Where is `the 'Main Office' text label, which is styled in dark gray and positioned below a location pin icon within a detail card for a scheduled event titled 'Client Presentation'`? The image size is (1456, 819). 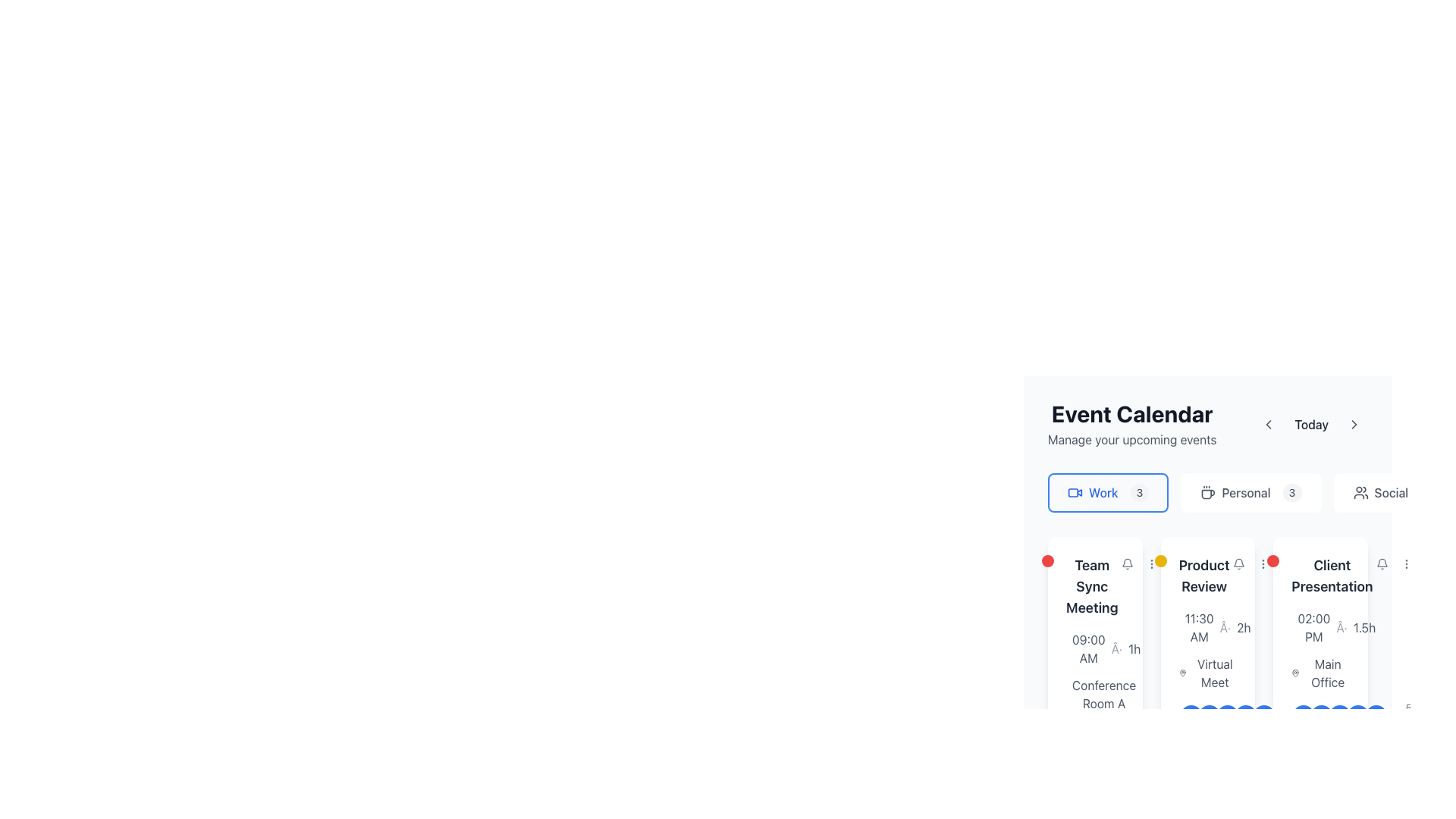
the 'Main Office' text label, which is styled in dark gray and positioned below a location pin icon within a detail card for a scheduled event titled 'Client Presentation' is located at coordinates (1327, 672).